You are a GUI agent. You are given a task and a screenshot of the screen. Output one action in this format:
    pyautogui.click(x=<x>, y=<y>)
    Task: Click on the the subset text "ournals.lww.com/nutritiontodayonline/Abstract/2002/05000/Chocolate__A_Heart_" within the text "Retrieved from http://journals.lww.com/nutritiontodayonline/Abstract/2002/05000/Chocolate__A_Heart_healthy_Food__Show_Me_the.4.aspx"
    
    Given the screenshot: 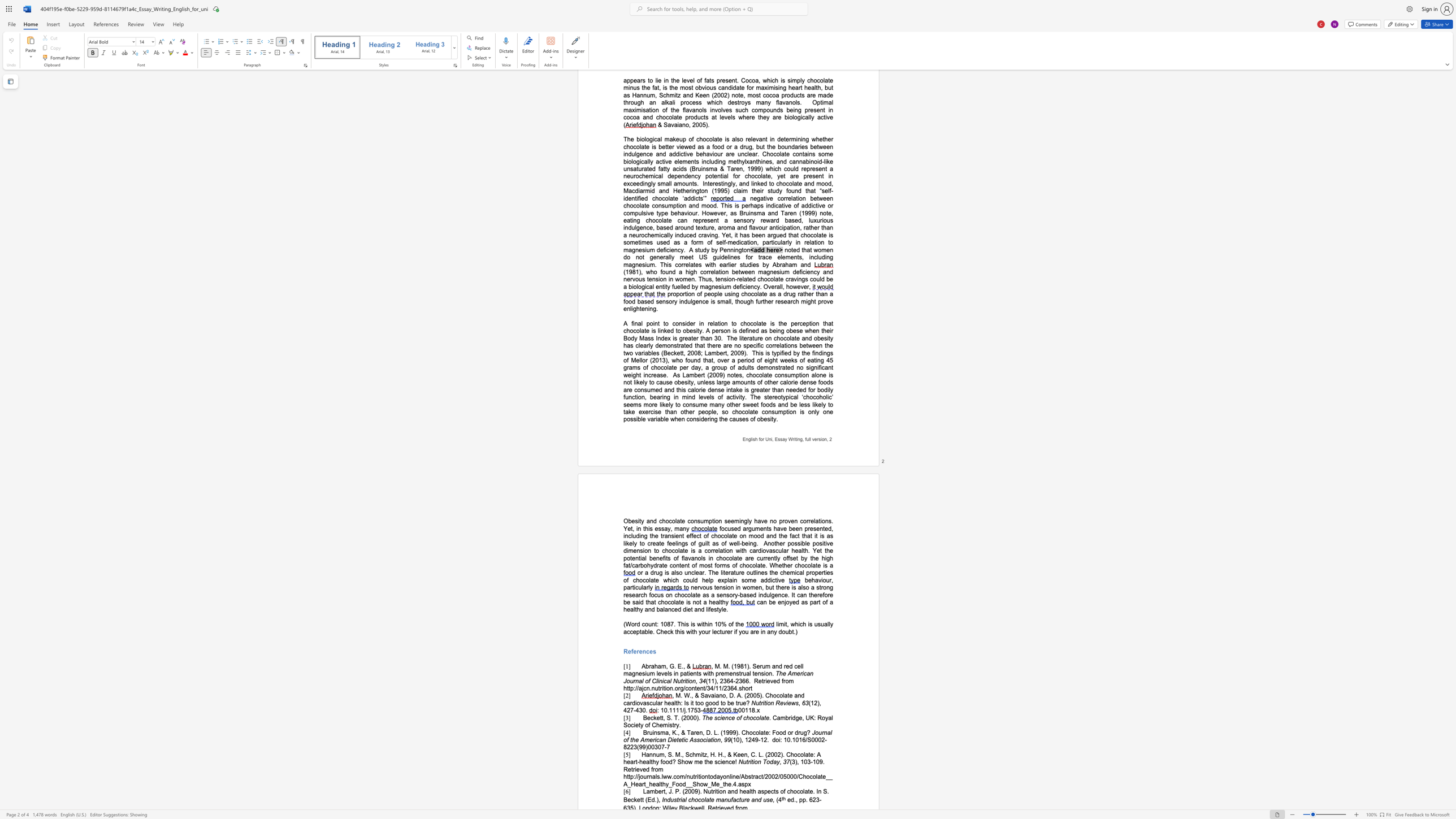 What is the action you would take?
    pyautogui.click(x=640, y=776)
    